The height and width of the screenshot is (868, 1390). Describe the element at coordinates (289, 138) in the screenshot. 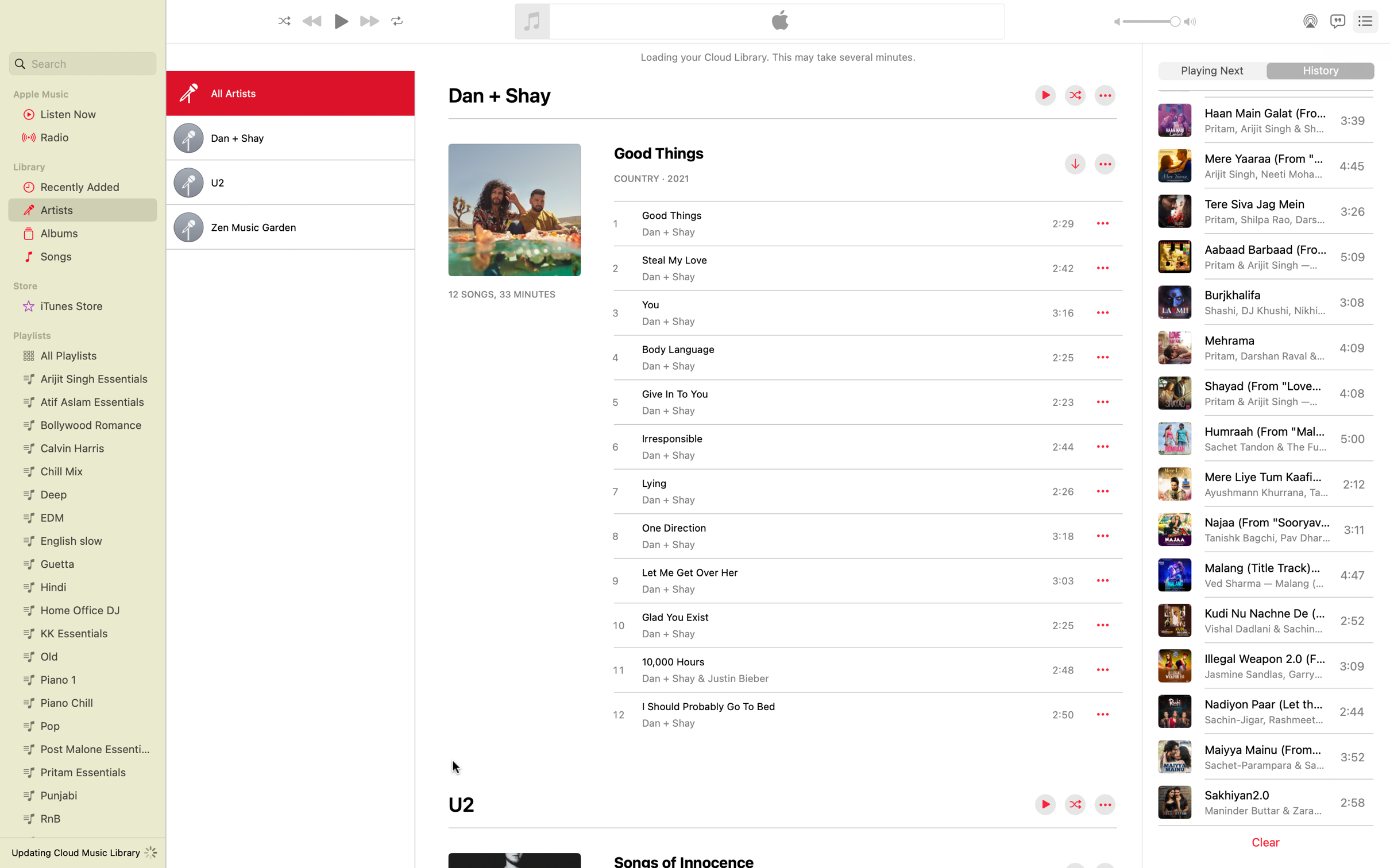

I see `the list view feature for the playlist "Dan Shay"` at that location.